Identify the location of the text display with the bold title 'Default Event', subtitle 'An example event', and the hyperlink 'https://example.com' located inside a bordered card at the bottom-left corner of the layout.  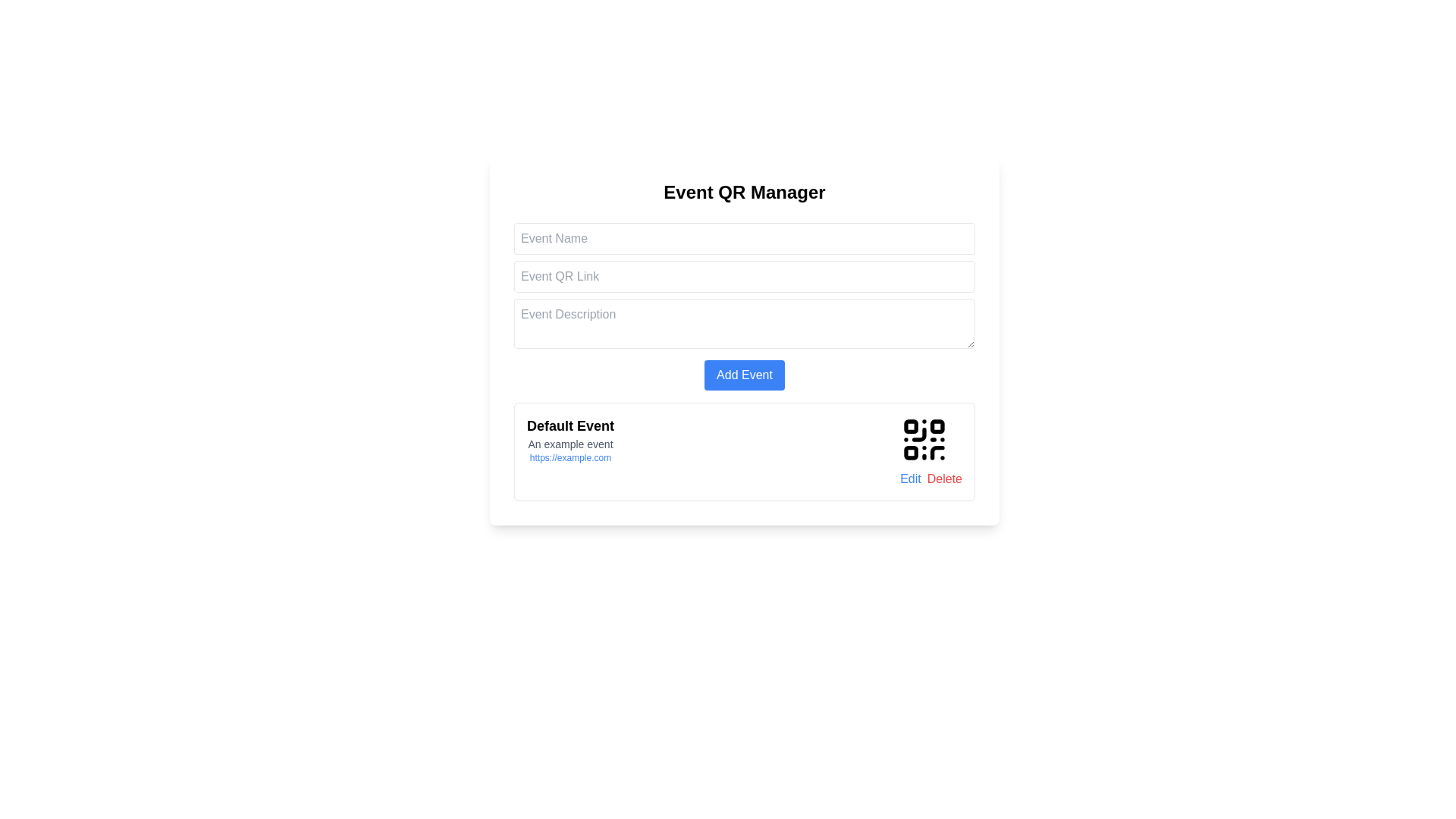
(570, 451).